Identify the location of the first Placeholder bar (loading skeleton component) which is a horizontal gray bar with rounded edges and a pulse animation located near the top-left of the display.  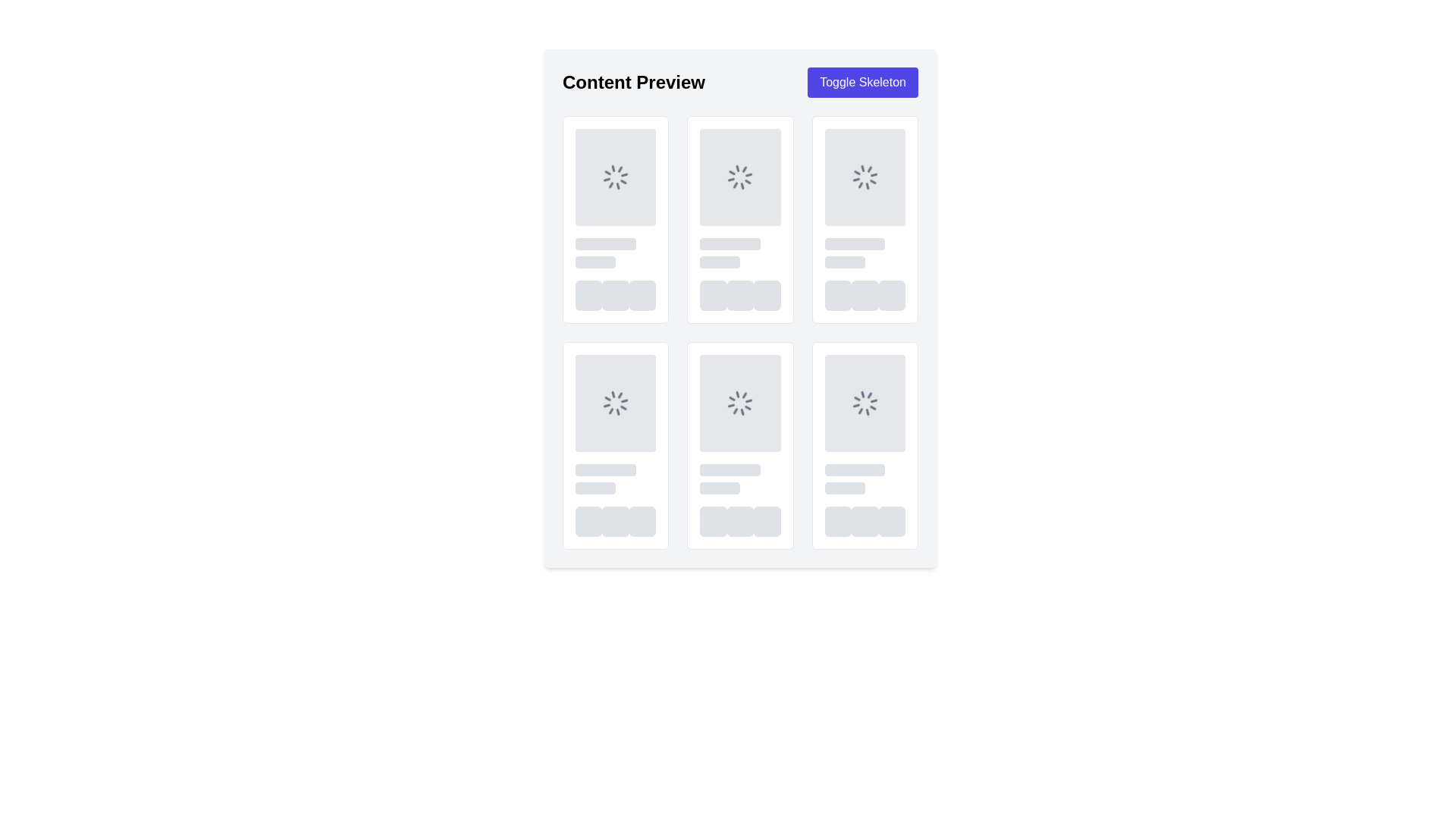
(604, 243).